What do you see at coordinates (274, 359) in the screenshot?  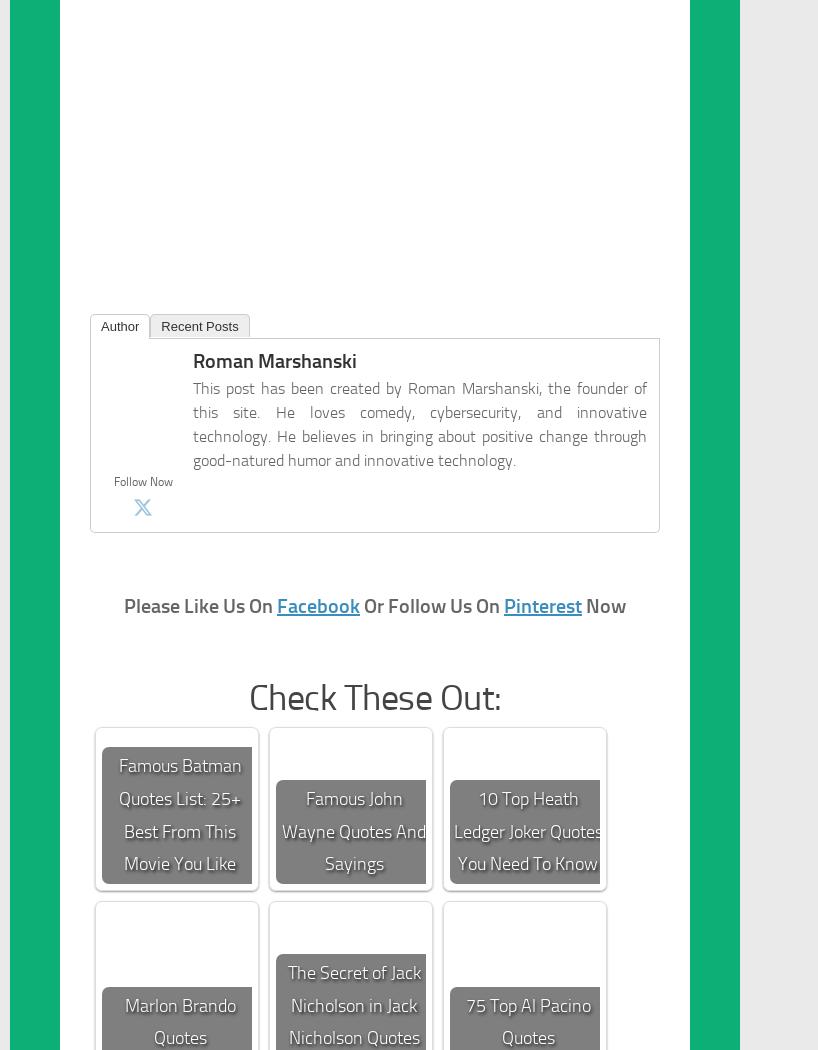 I see `'Roman Marshanski'` at bounding box center [274, 359].